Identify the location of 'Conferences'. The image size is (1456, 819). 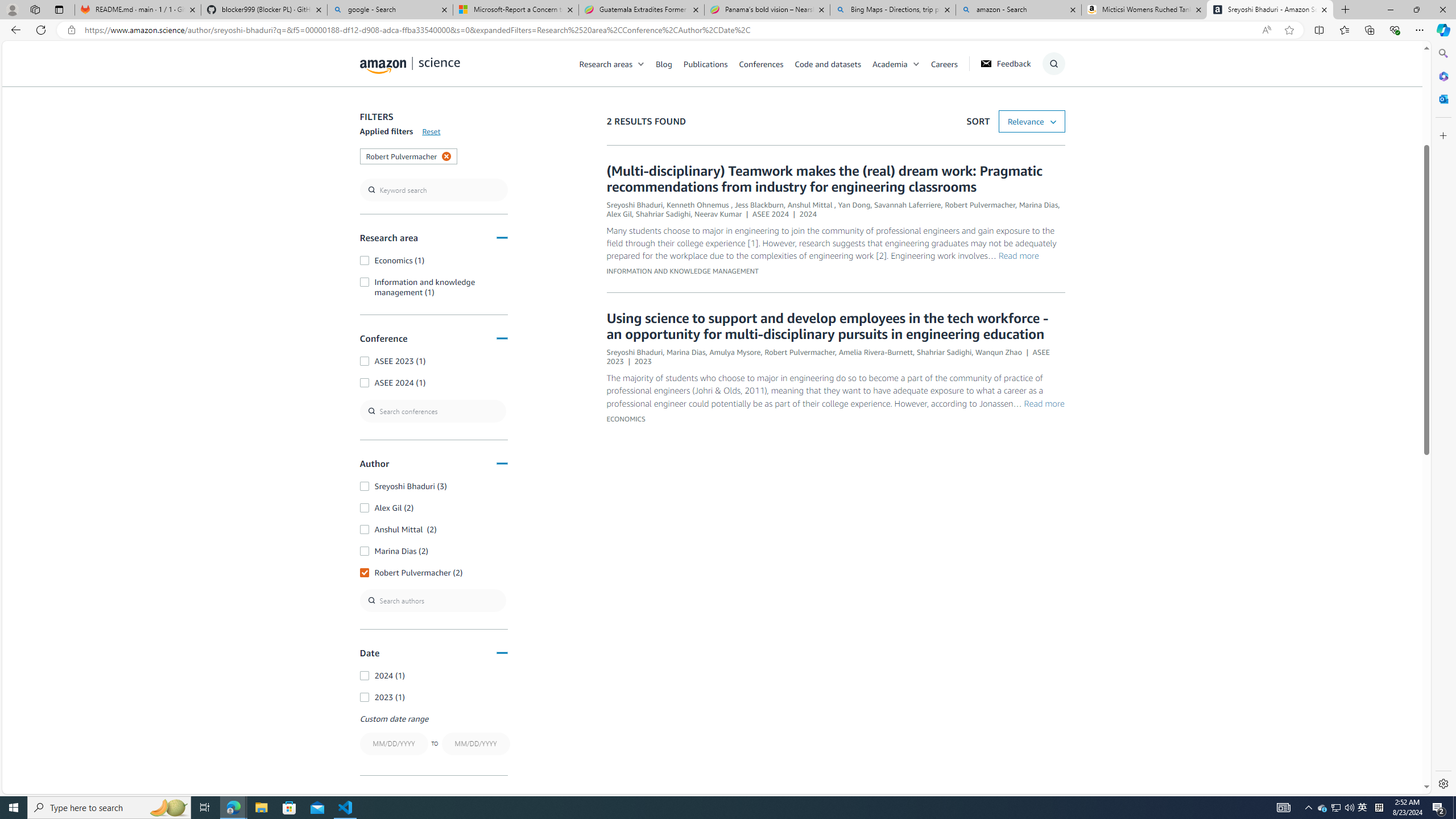
(766, 63).